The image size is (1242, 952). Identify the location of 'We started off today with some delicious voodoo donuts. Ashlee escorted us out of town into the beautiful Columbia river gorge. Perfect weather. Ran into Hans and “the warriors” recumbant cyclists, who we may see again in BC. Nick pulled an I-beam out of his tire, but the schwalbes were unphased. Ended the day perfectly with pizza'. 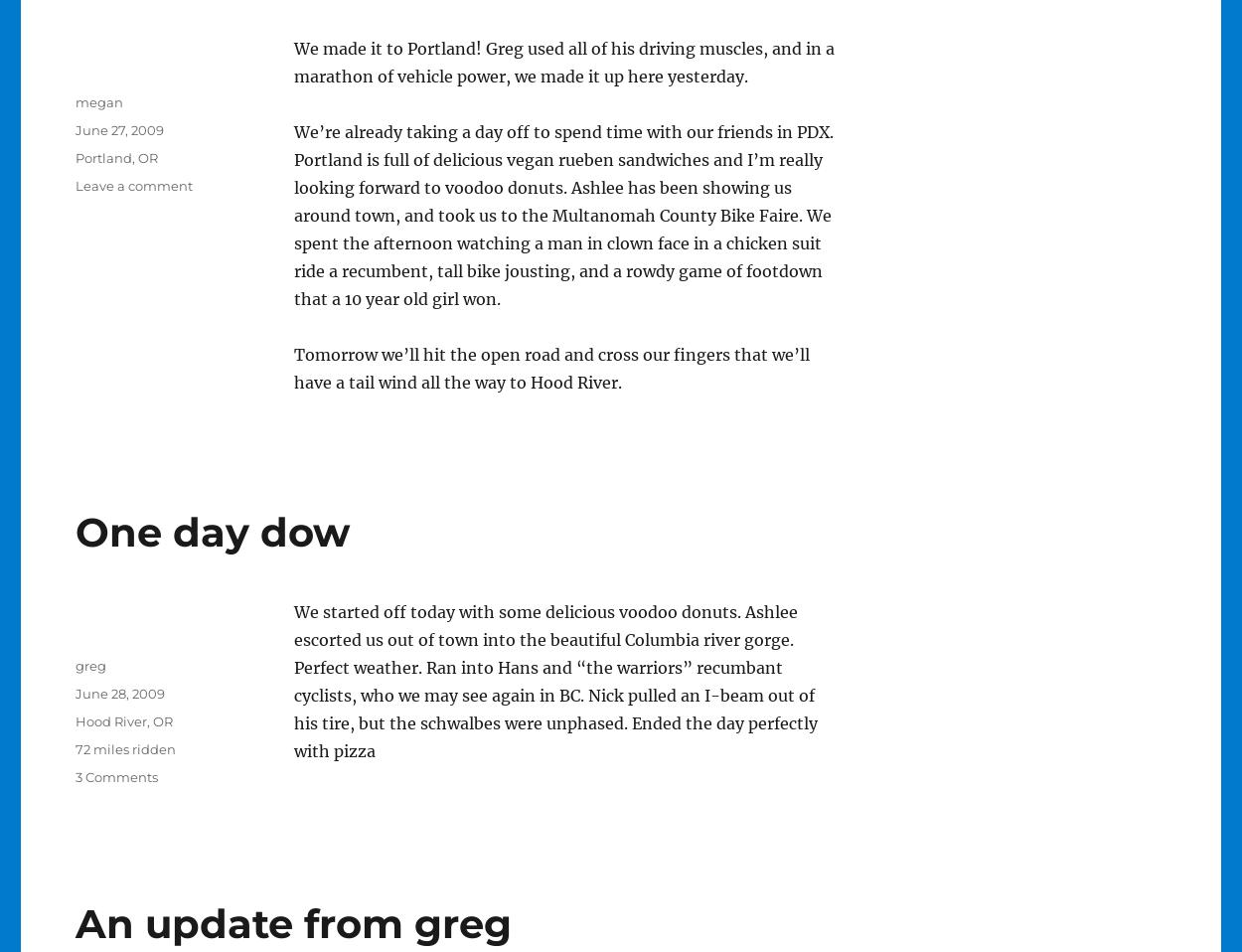
(554, 681).